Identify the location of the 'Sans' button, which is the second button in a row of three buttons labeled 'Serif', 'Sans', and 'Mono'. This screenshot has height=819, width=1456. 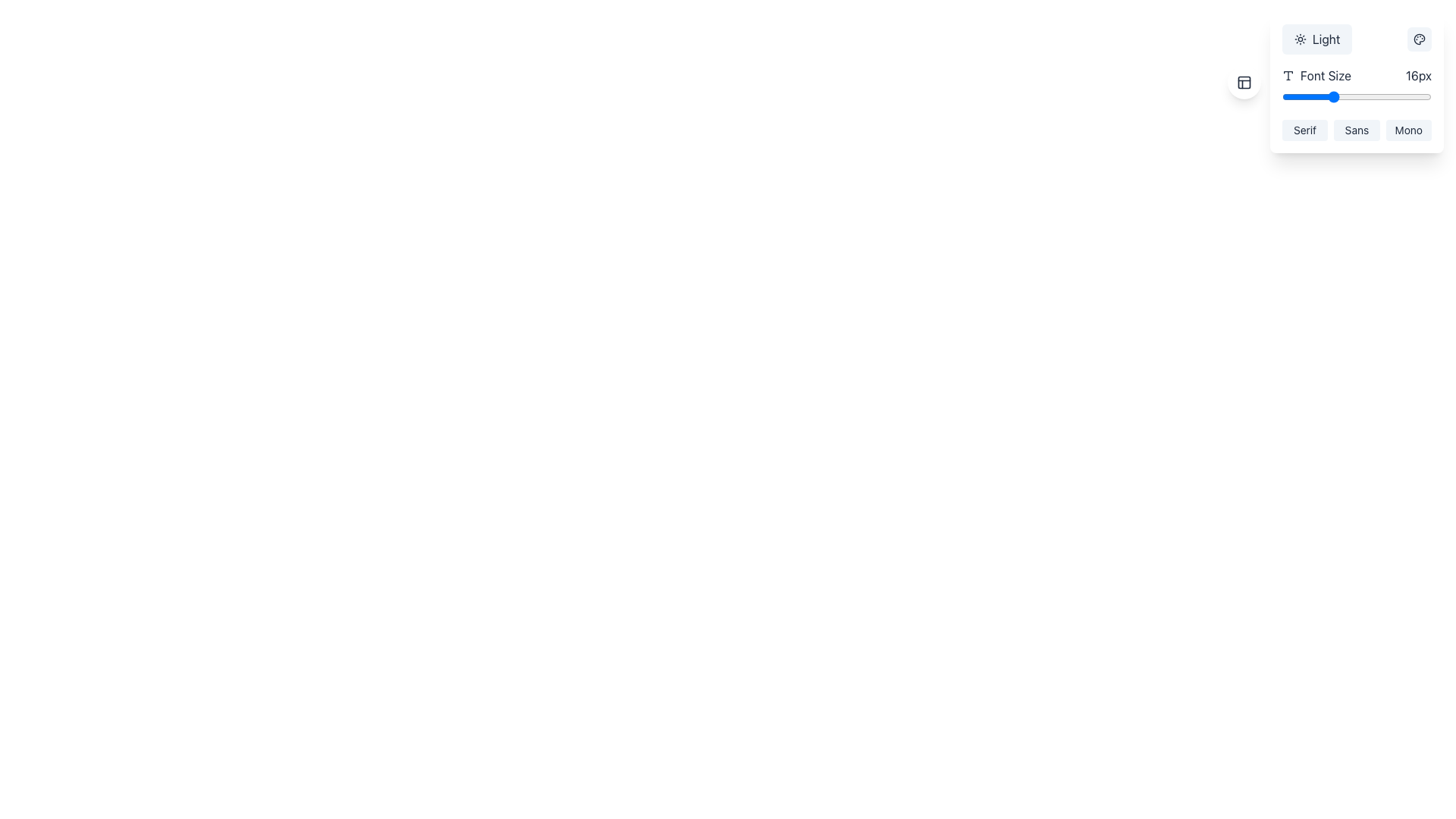
(1357, 130).